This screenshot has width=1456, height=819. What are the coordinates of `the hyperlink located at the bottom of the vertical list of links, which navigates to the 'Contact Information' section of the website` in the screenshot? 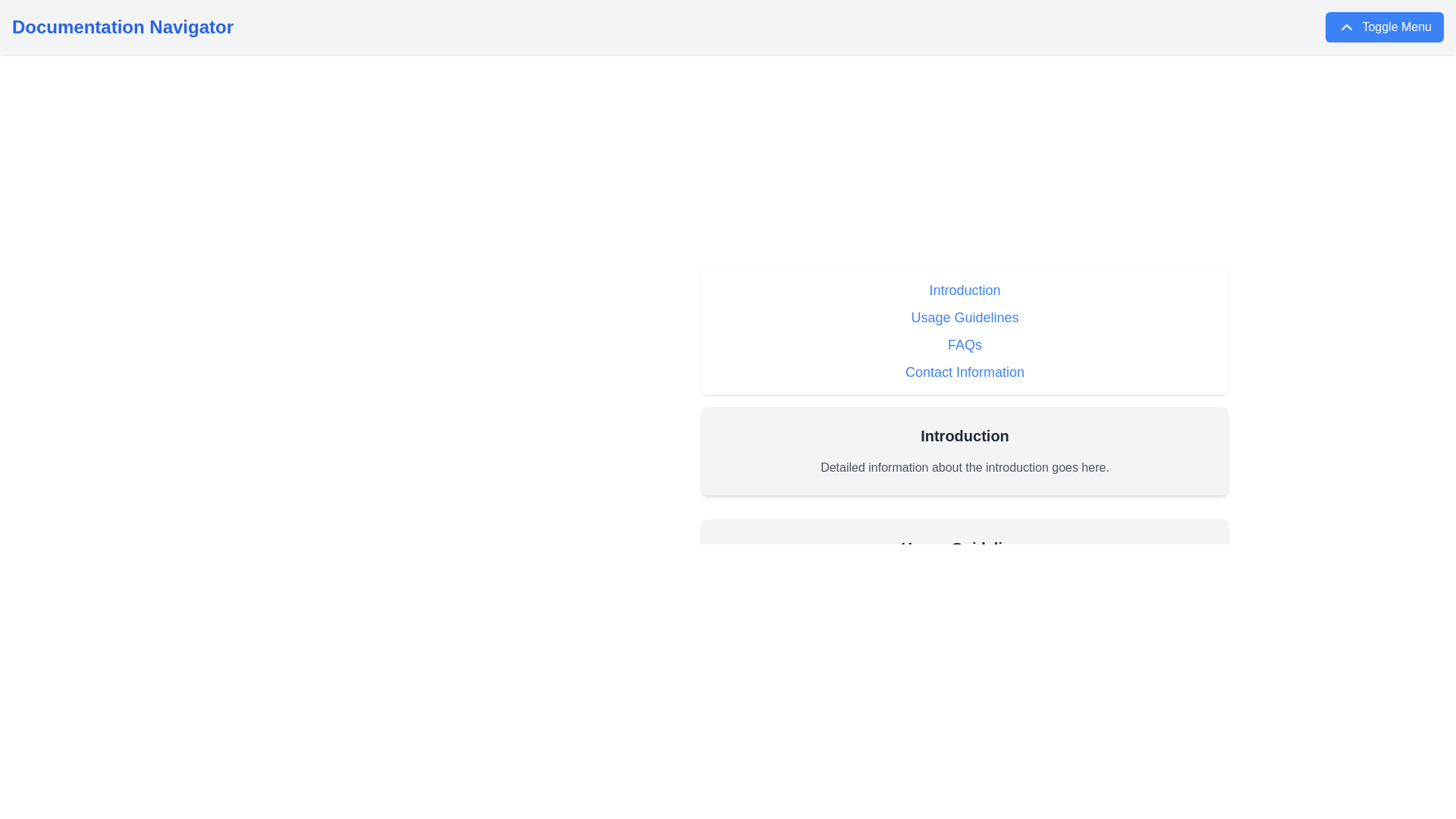 It's located at (964, 372).